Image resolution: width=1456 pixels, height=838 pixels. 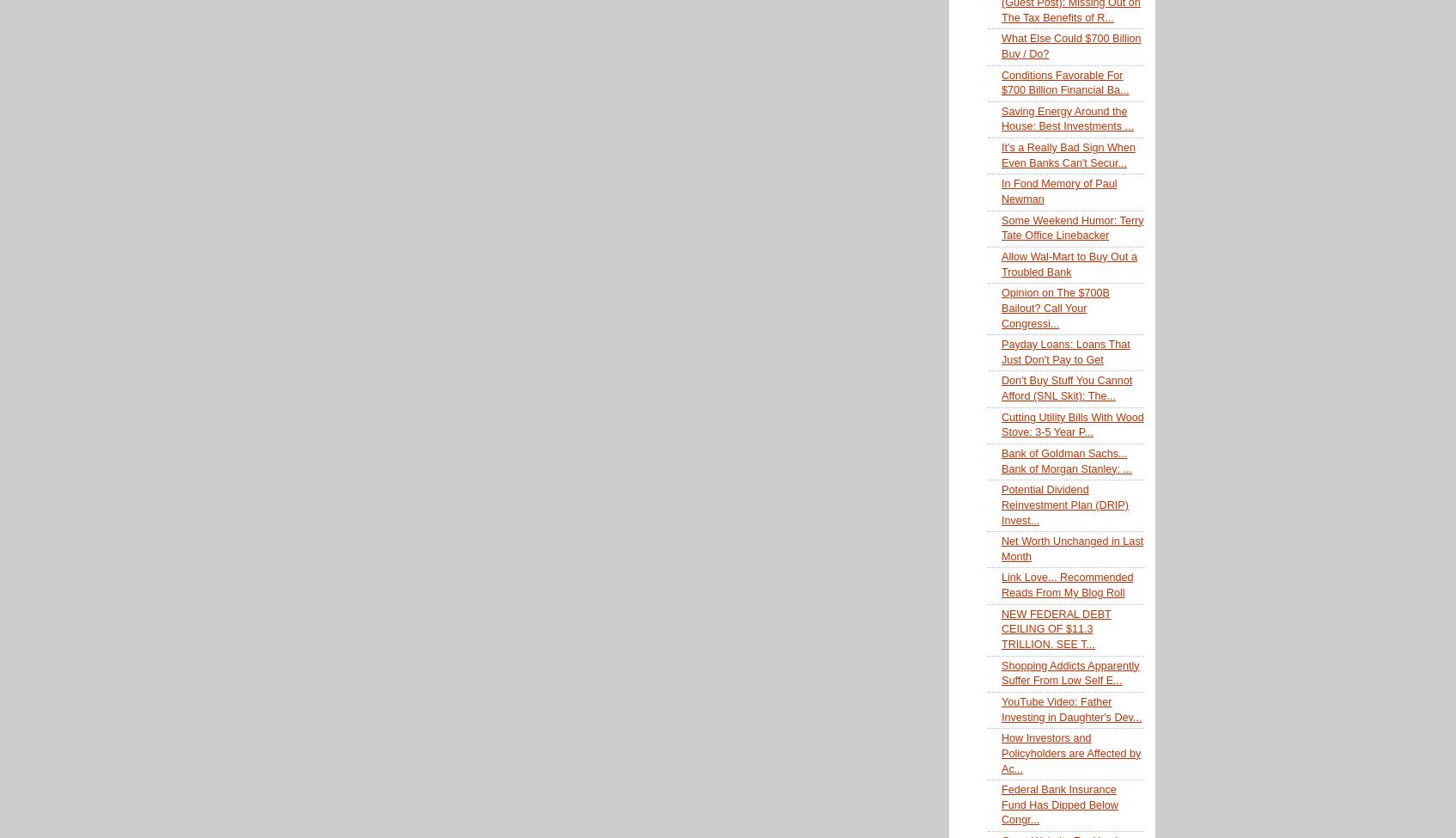 I want to click on 'How Investors and Policyholders are Affected by Ac...', so click(x=1000, y=753).